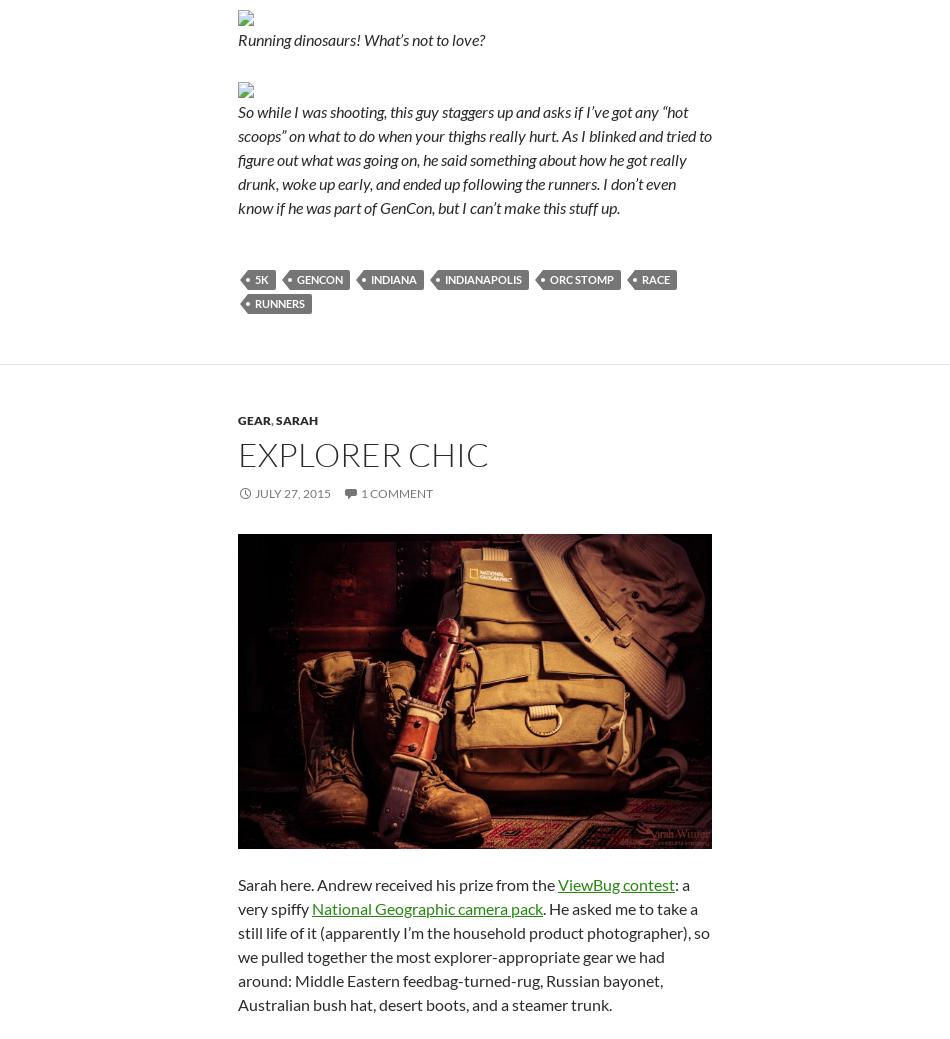  Describe the element at coordinates (616, 884) in the screenshot. I see `'ViewBug contest'` at that location.